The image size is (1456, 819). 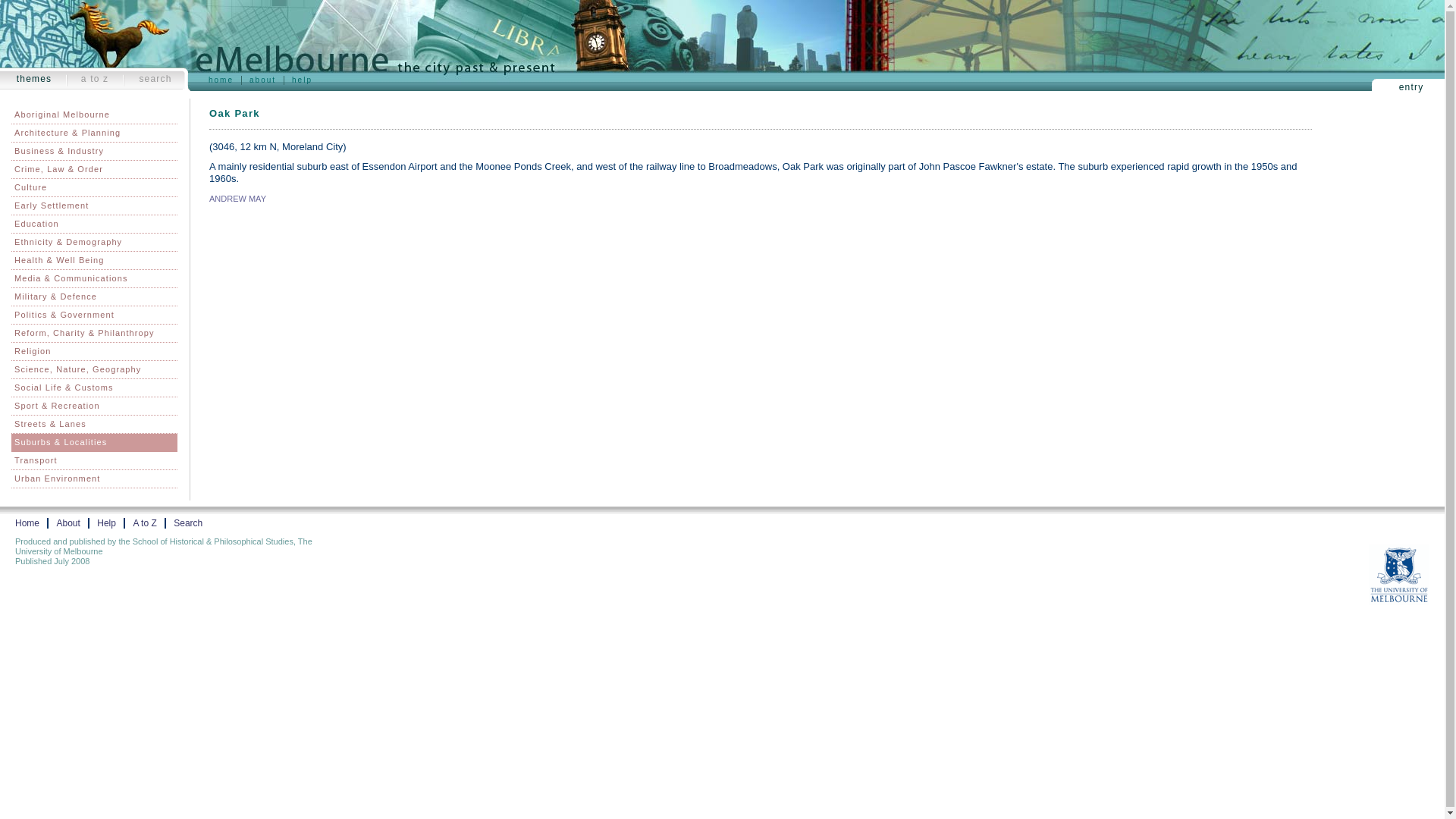 What do you see at coordinates (93, 479) in the screenshot?
I see `'Urban Environment'` at bounding box center [93, 479].